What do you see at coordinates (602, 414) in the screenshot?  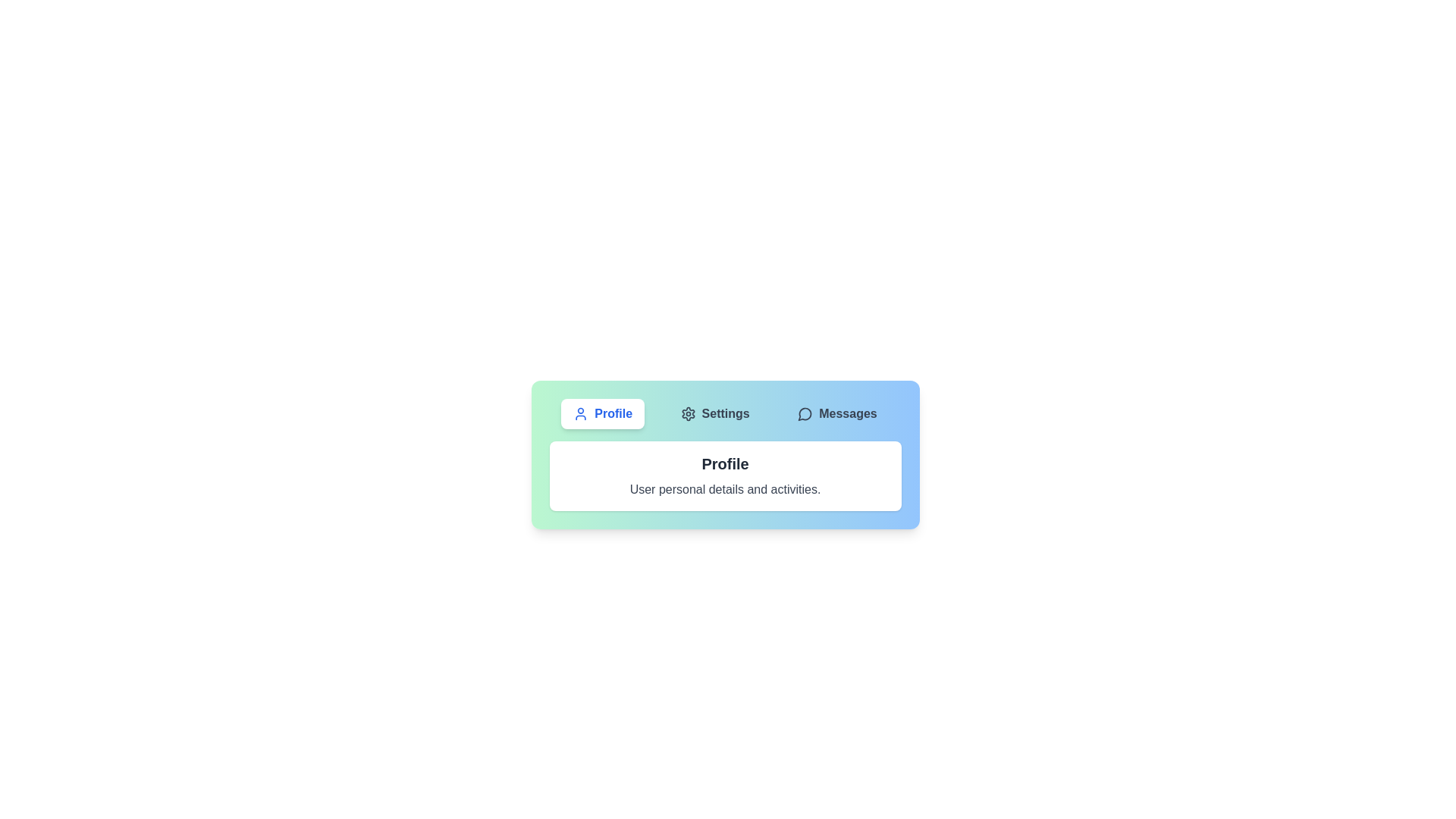 I see `the Profile tab by clicking on its button` at bounding box center [602, 414].